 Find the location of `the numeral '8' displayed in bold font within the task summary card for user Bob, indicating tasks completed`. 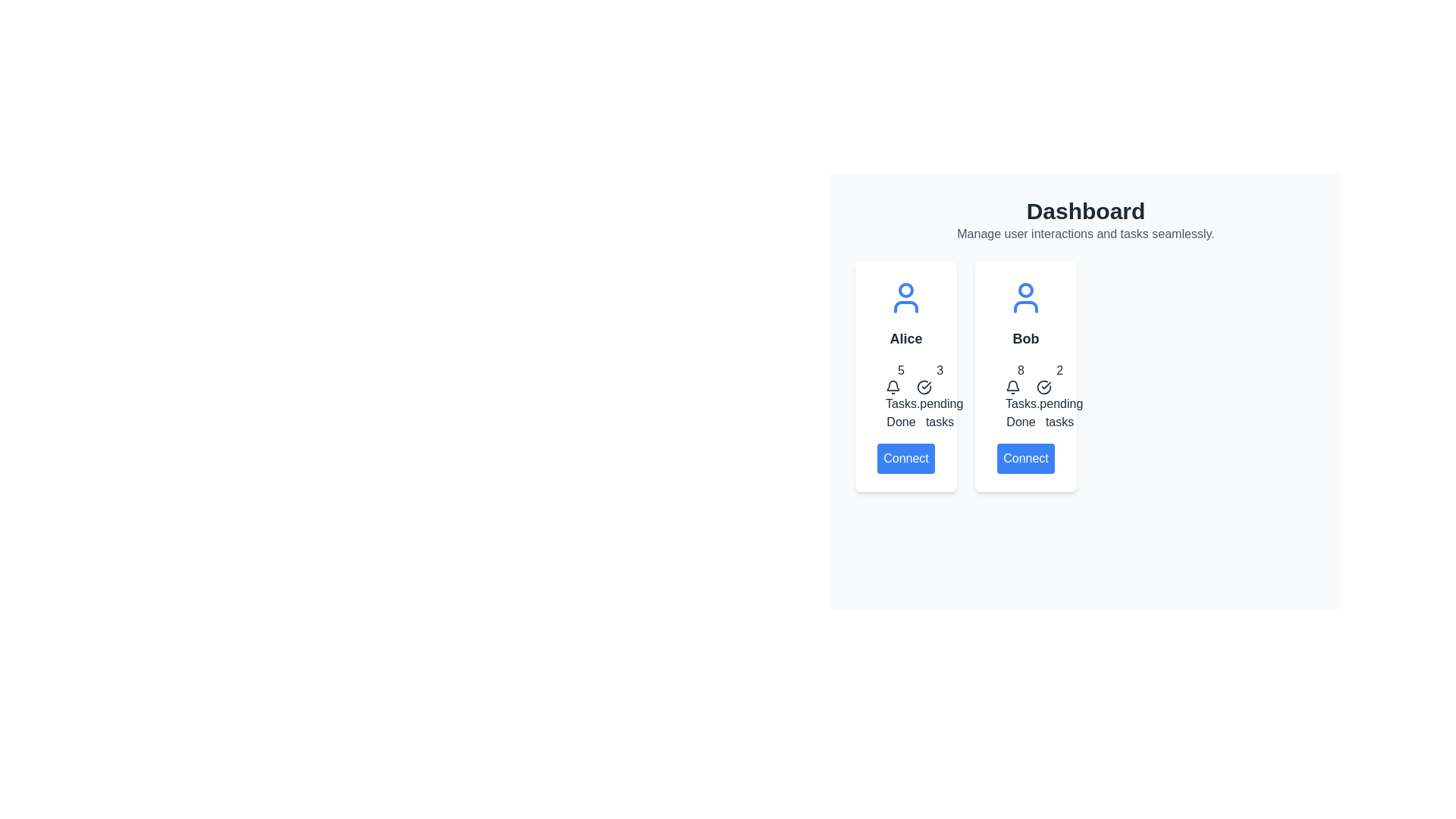

the numeral '8' displayed in bold font within the task summary card for user Bob, indicating tasks completed is located at coordinates (1021, 371).